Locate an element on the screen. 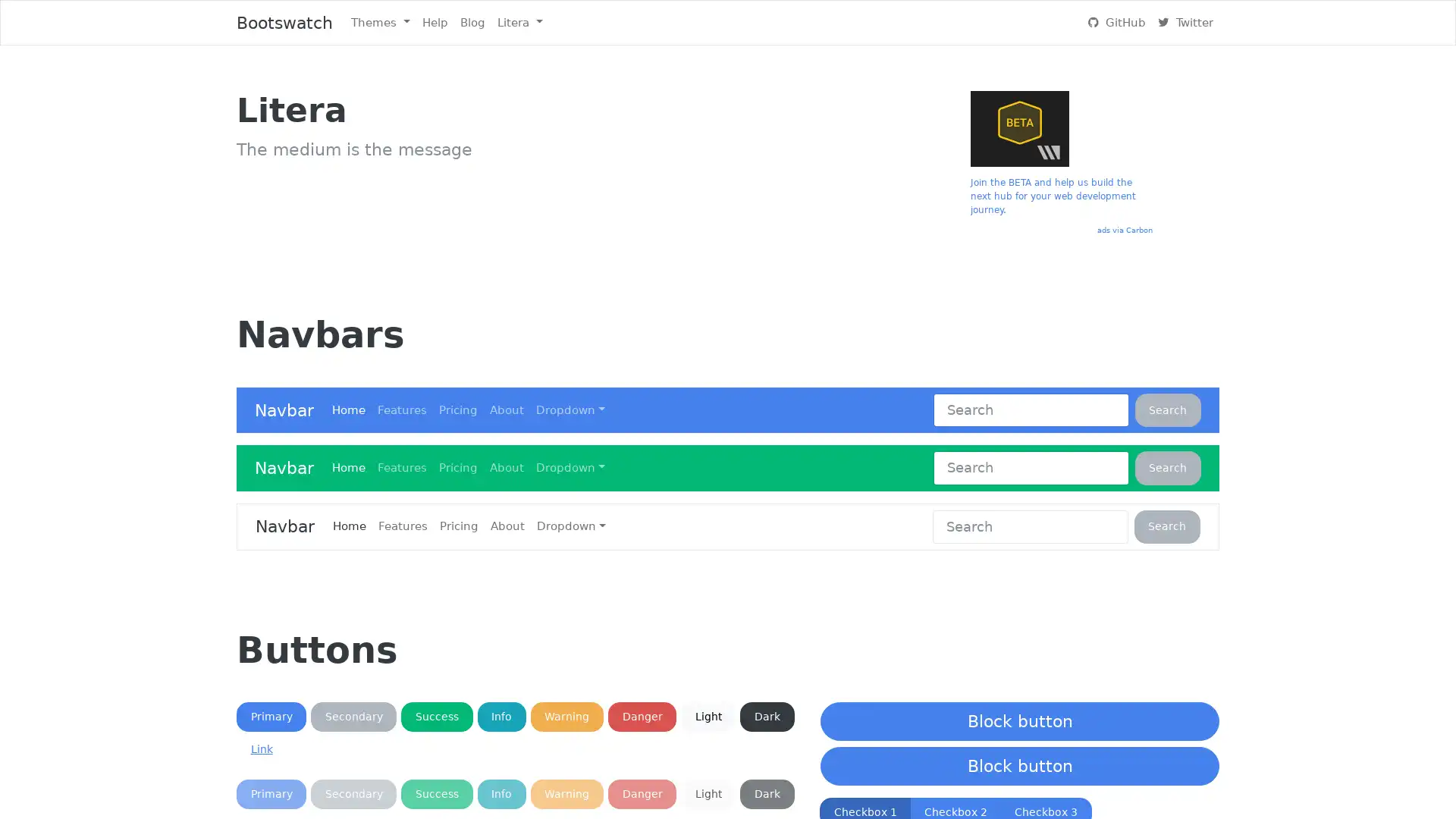 This screenshot has width=1456, height=819. Search is located at coordinates (1166, 526).